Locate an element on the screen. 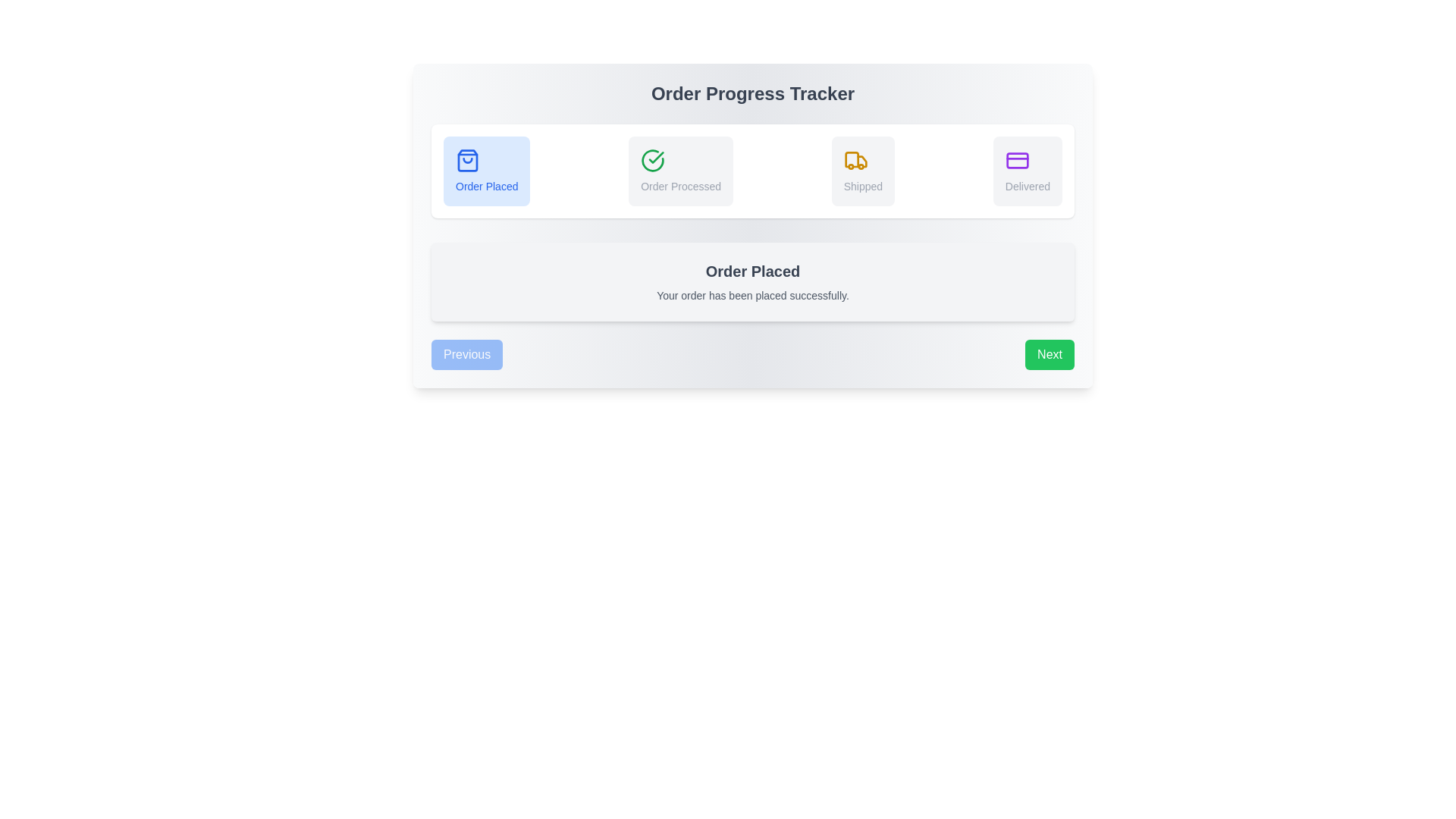 The height and width of the screenshot is (819, 1456). the 'Shipped' status text label in the progress tracker is located at coordinates (863, 186).